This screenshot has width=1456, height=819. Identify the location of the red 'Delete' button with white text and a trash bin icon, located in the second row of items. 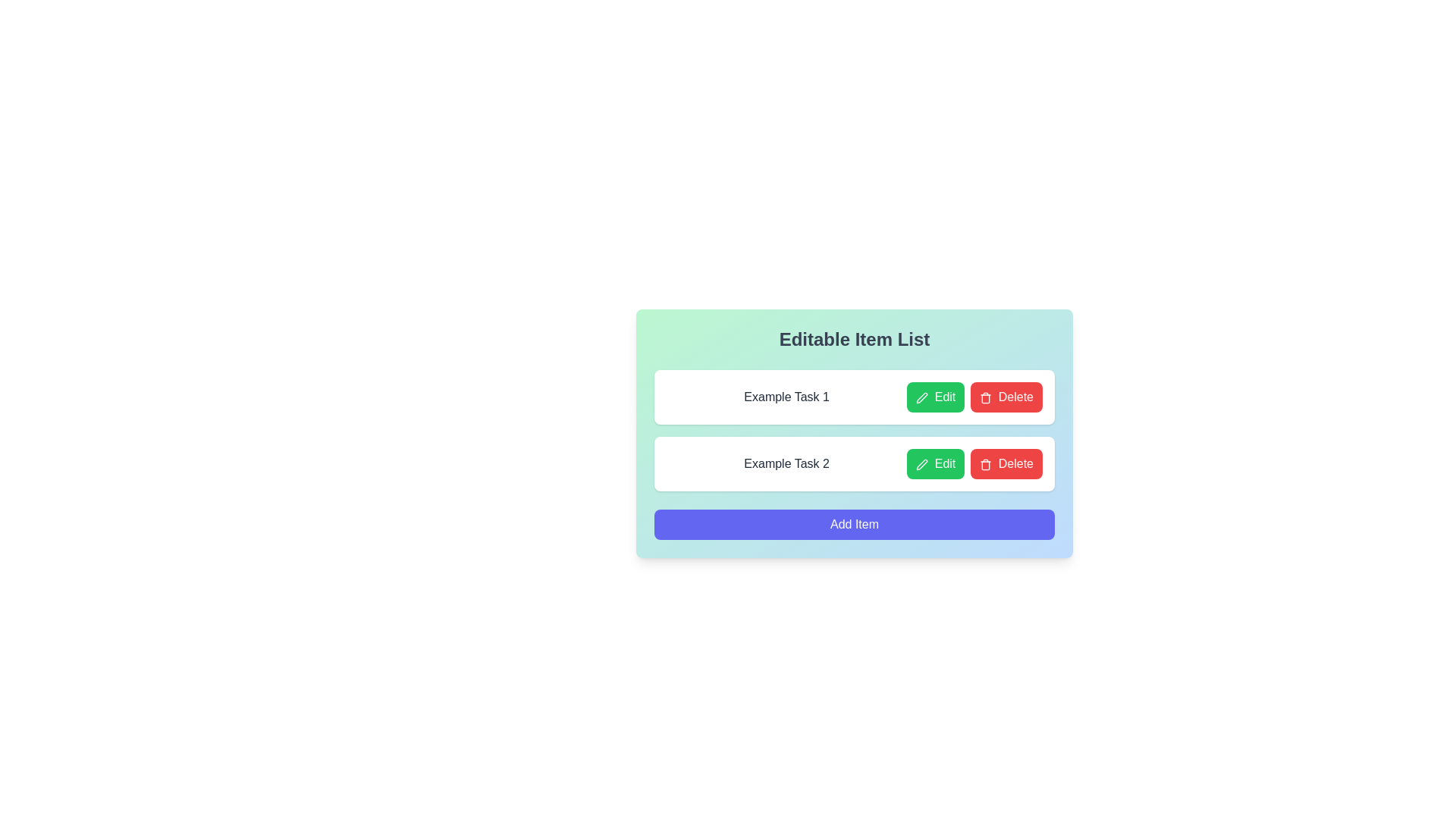
(1006, 463).